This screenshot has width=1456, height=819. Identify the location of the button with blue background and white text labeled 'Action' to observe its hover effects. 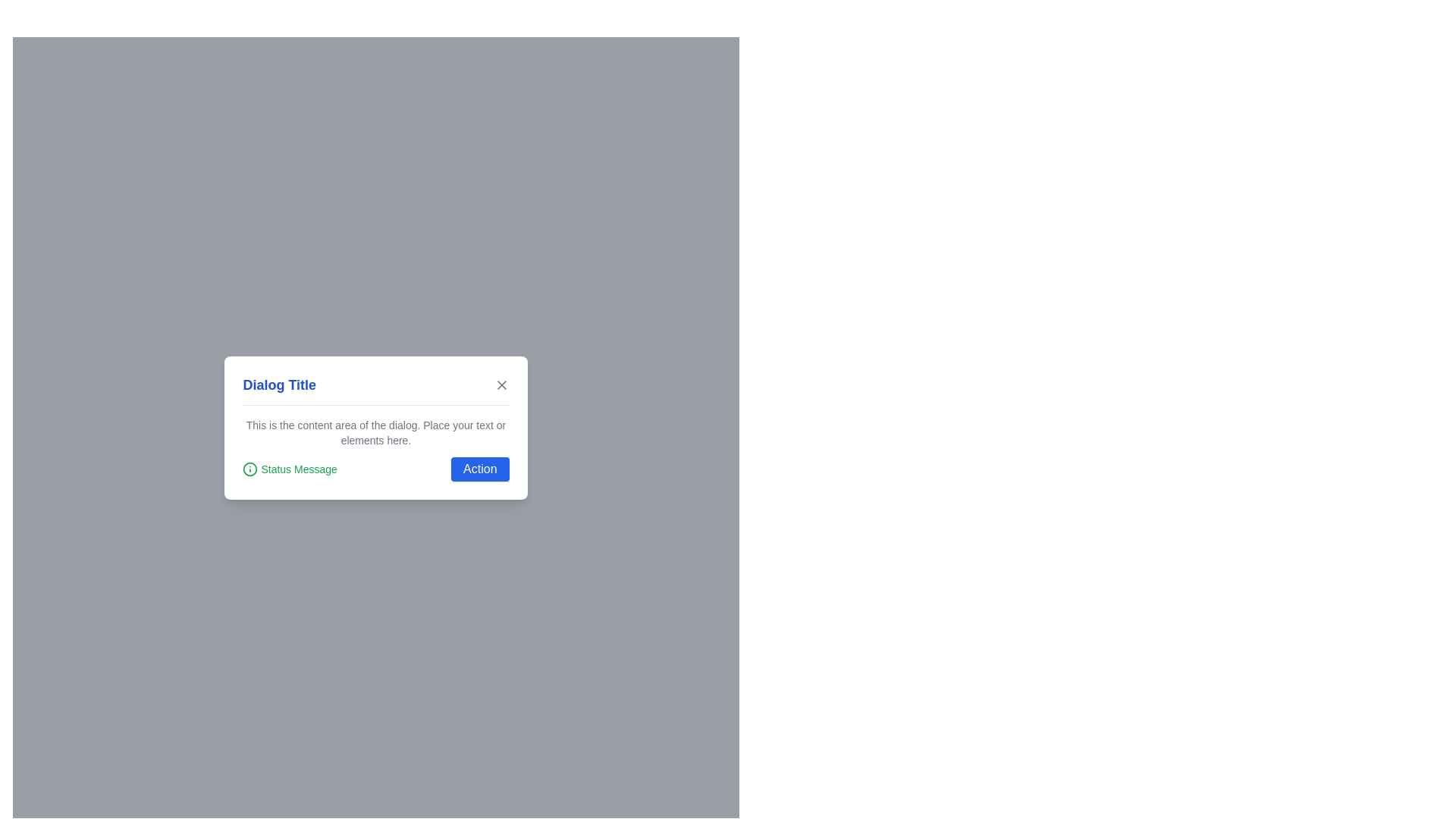
(479, 468).